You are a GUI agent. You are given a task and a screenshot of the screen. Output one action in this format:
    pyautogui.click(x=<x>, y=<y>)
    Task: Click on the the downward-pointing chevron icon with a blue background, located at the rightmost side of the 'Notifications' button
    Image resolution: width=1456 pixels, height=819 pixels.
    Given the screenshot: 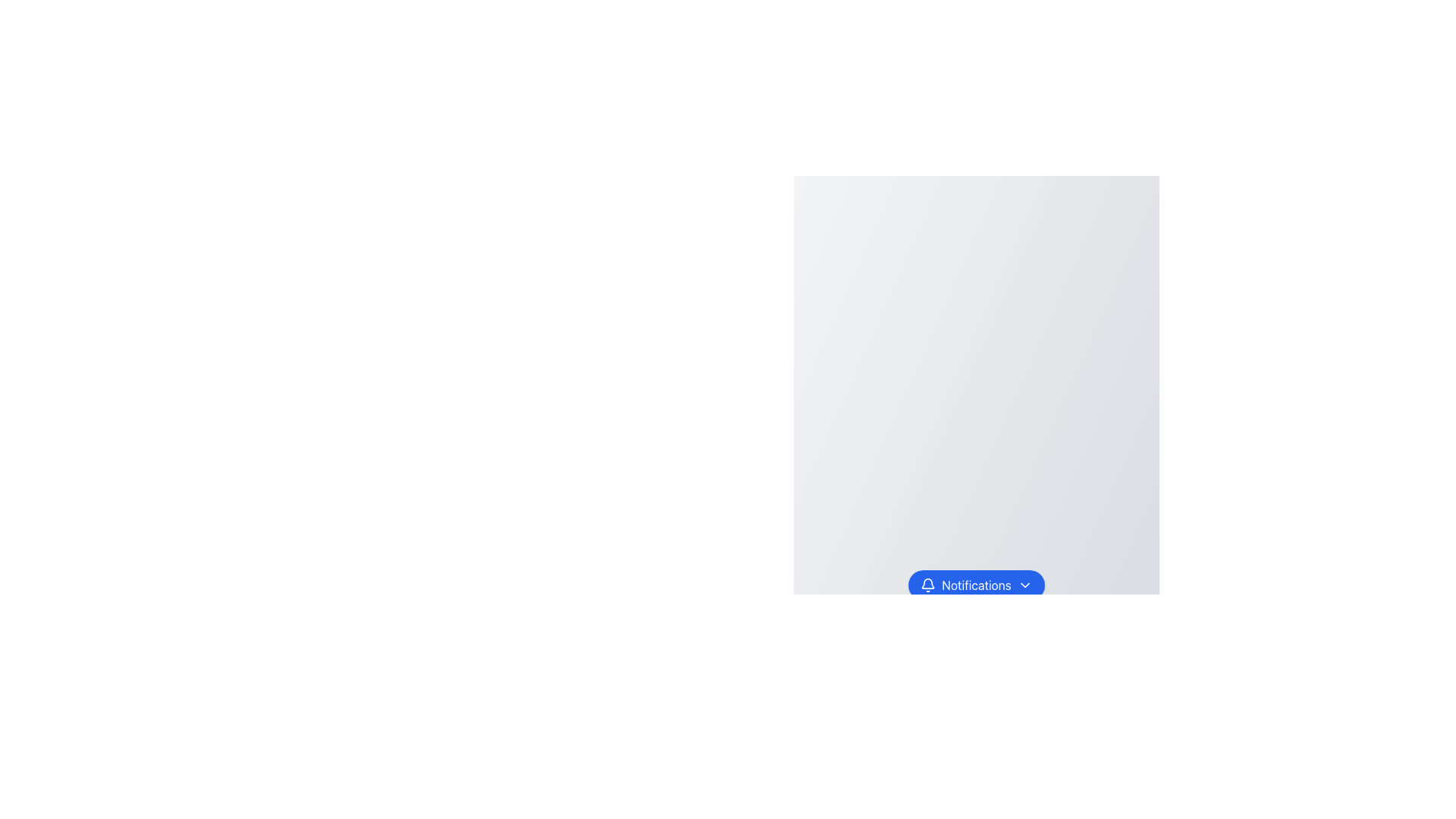 What is the action you would take?
    pyautogui.click(x=1025, y=584)
    